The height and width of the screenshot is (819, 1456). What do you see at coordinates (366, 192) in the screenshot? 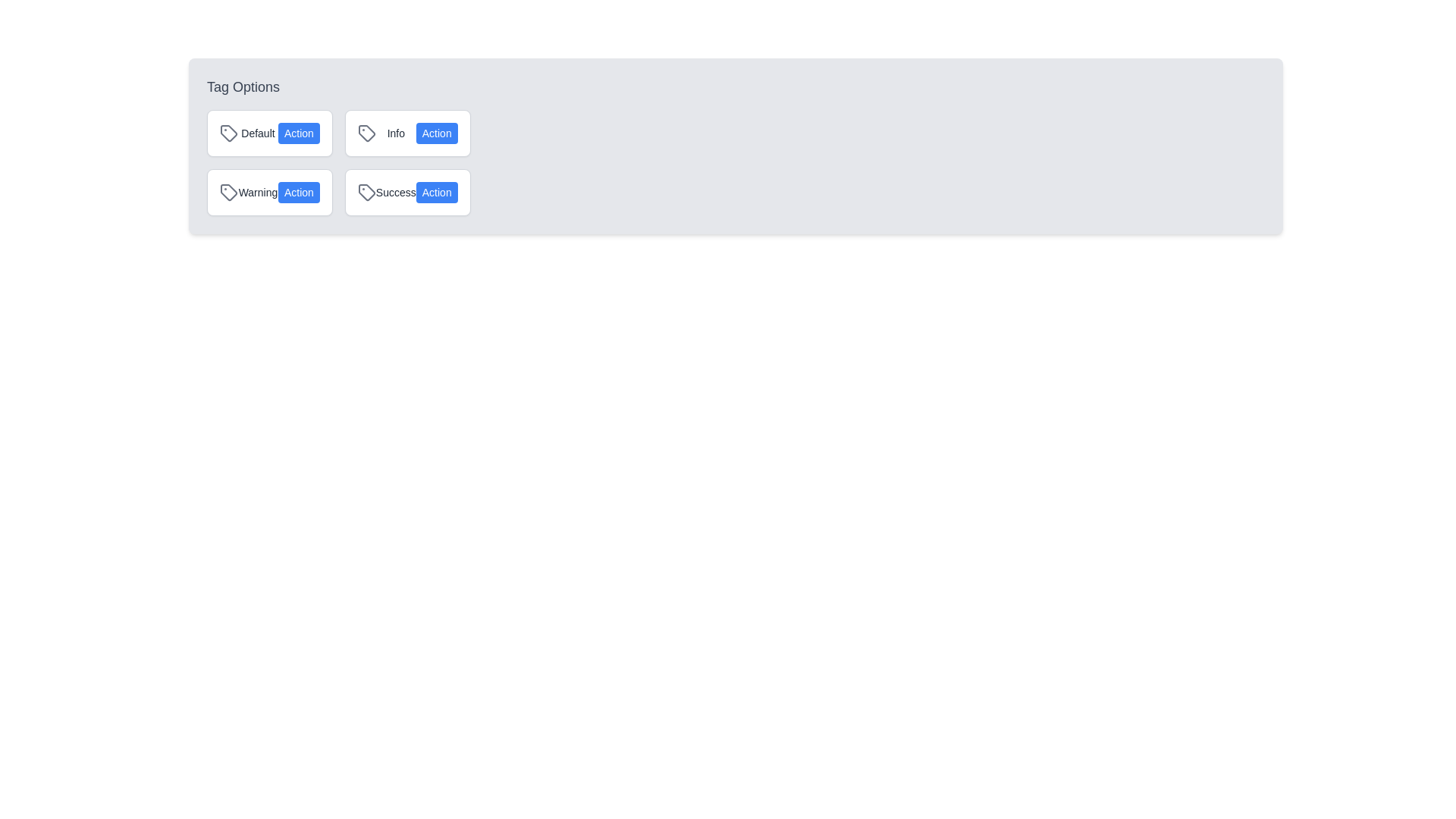
I see `the success icon located to the left of the 'Success' text and adjacent to the blue 'Action' button` at bounding box center [366, 192].